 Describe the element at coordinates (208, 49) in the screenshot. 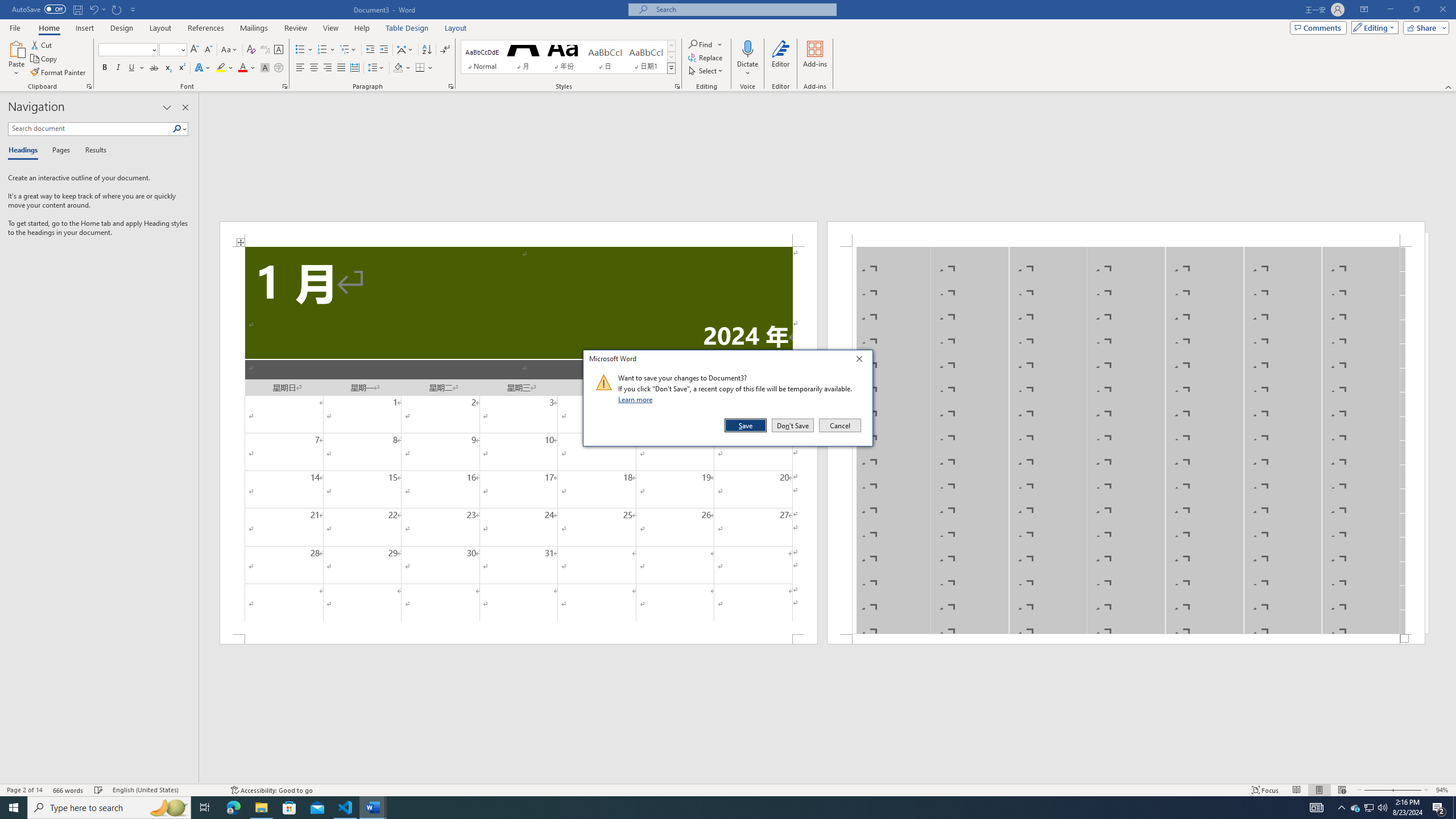

I see `'Shrink Font'` at that location.